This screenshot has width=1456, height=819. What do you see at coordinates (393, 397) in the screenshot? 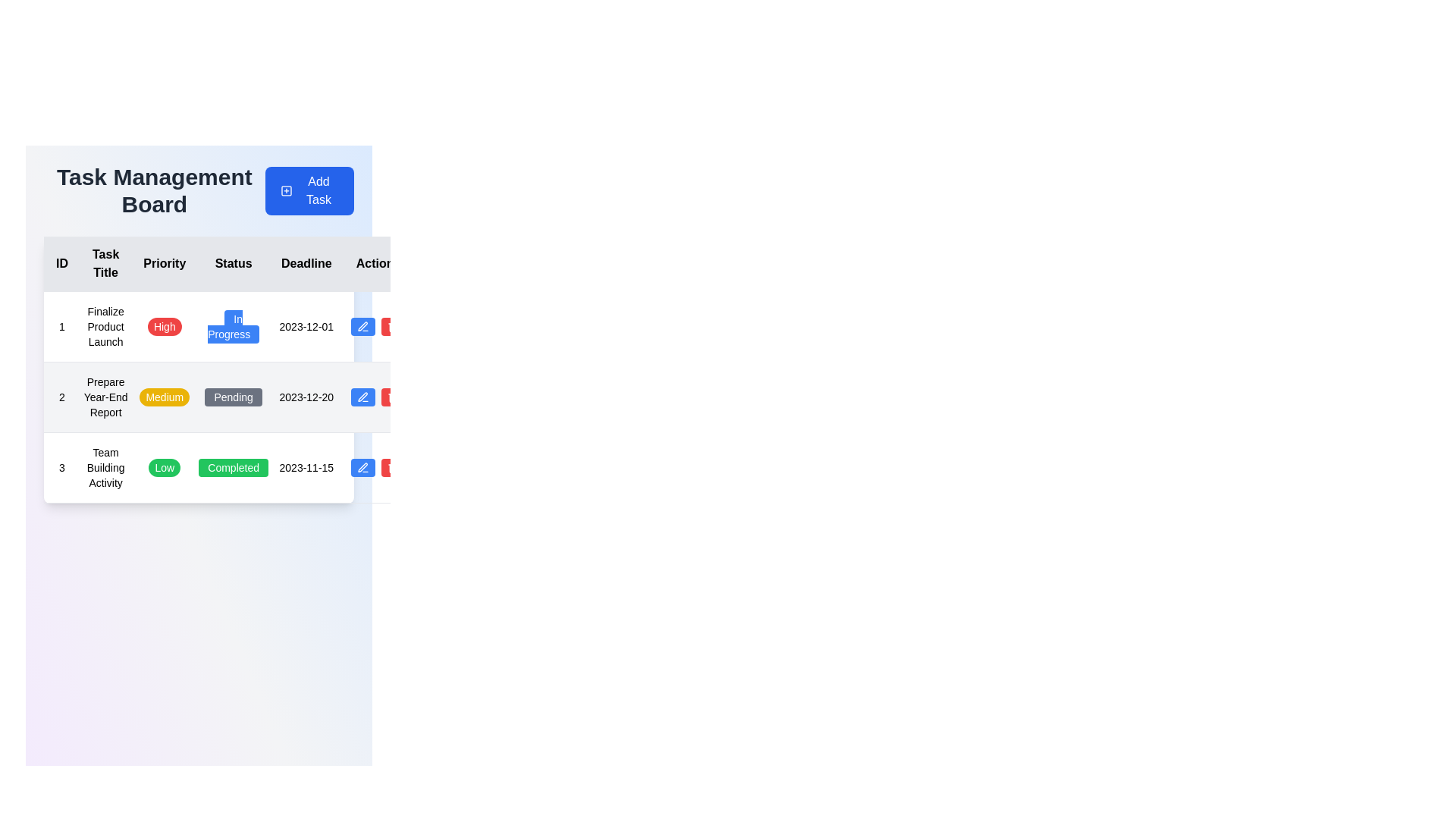
I see `the delete icon within the red interactive button in the 'Action' column for the task 'Prepare Year-End Report'` at bounding box center [393, 397].